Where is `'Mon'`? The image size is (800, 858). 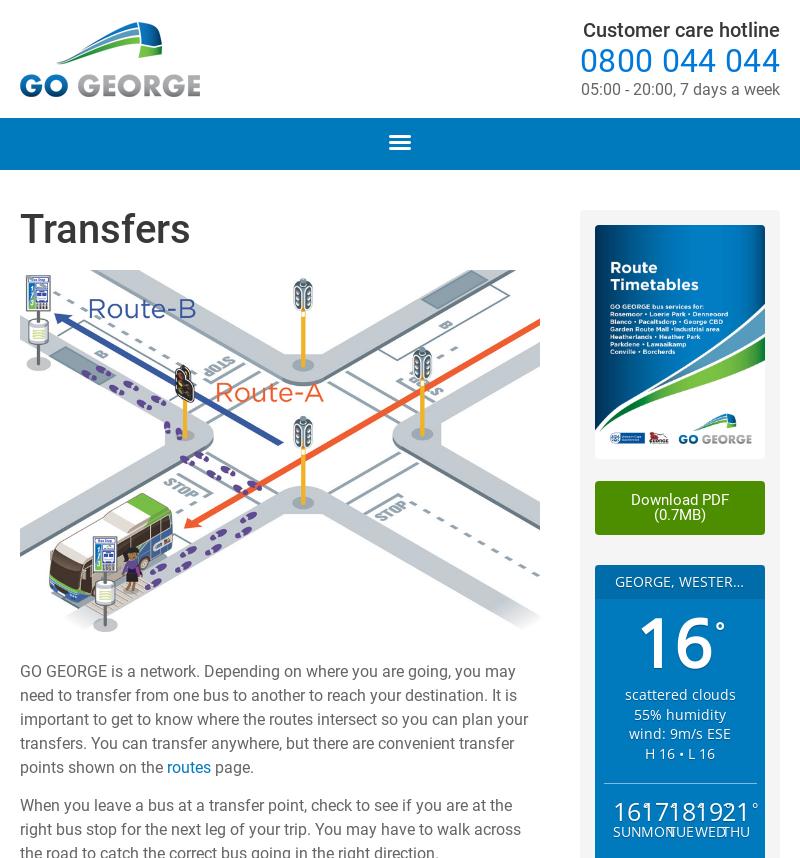 'Mon' is located at coordinates (639, 830).